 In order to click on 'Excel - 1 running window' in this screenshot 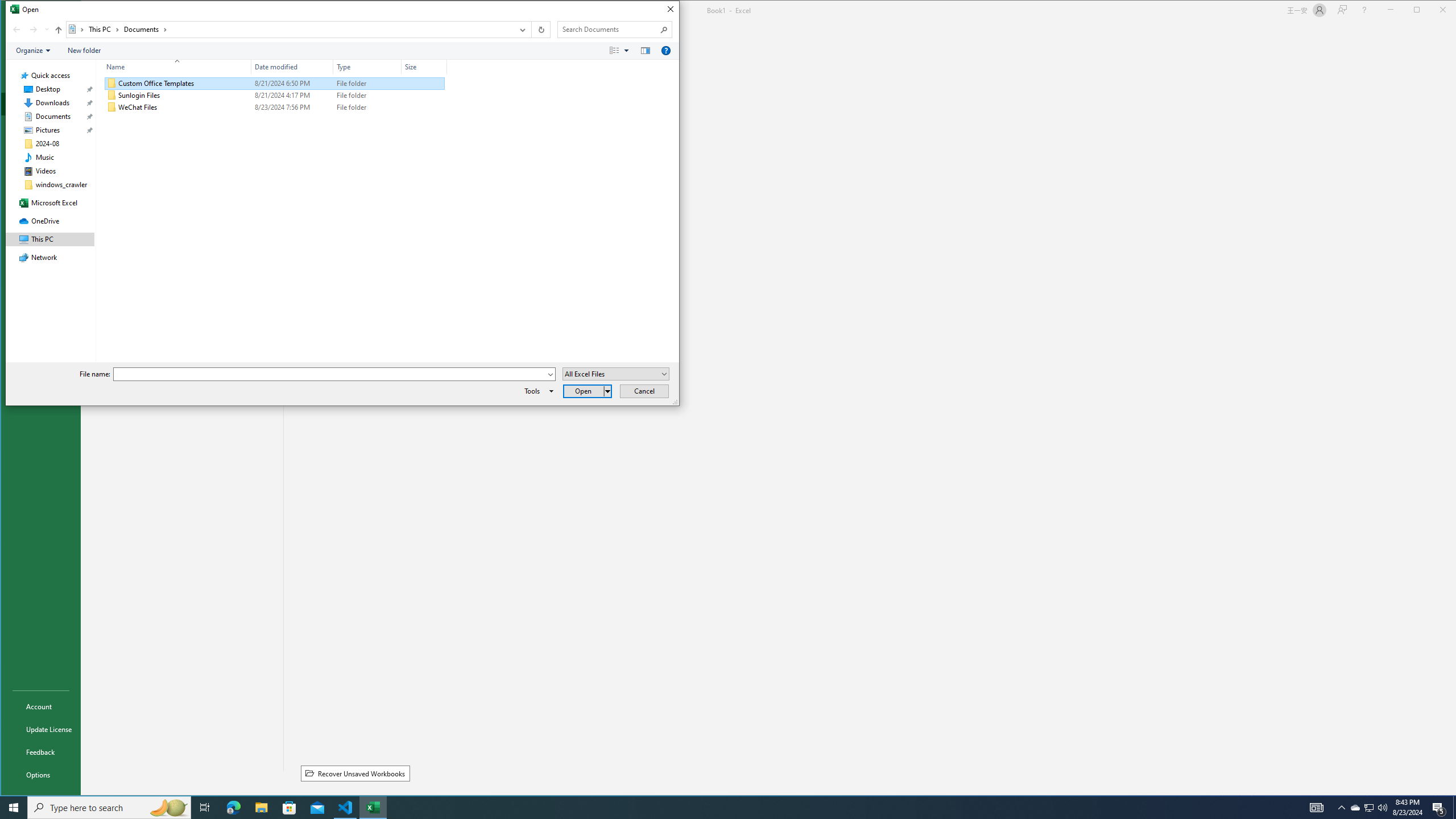, I will do `click(373, 806)`.